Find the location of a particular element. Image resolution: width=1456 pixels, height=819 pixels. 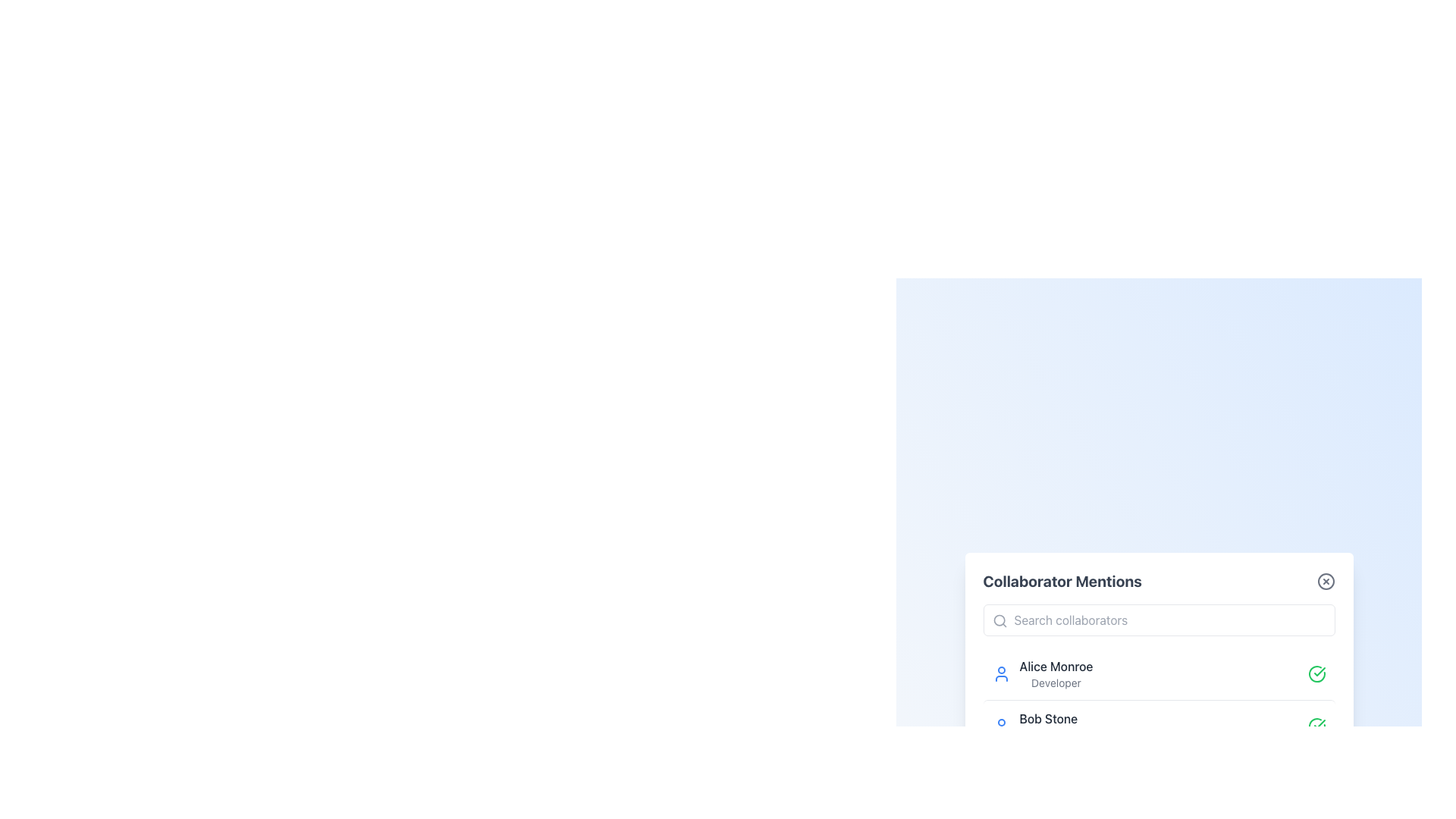

the text display element showing 'Alice Monroe' is located at coordinates (1055, 666).